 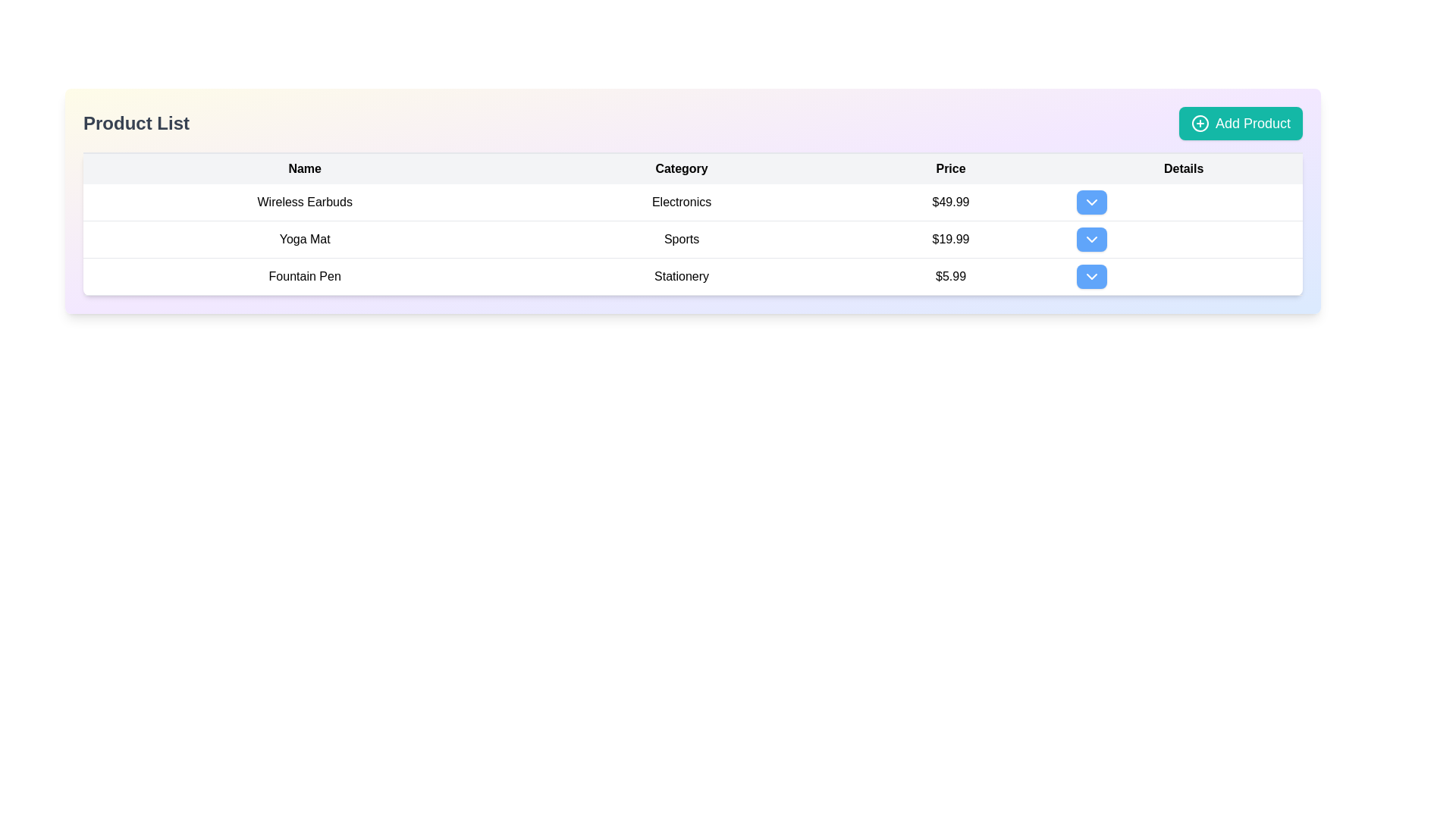 What do you see at coordinates (692, 201) in the screenshot?
I see `the first data row in the table that displays product details, including name, category, and price` at bounding box center [692, 201].